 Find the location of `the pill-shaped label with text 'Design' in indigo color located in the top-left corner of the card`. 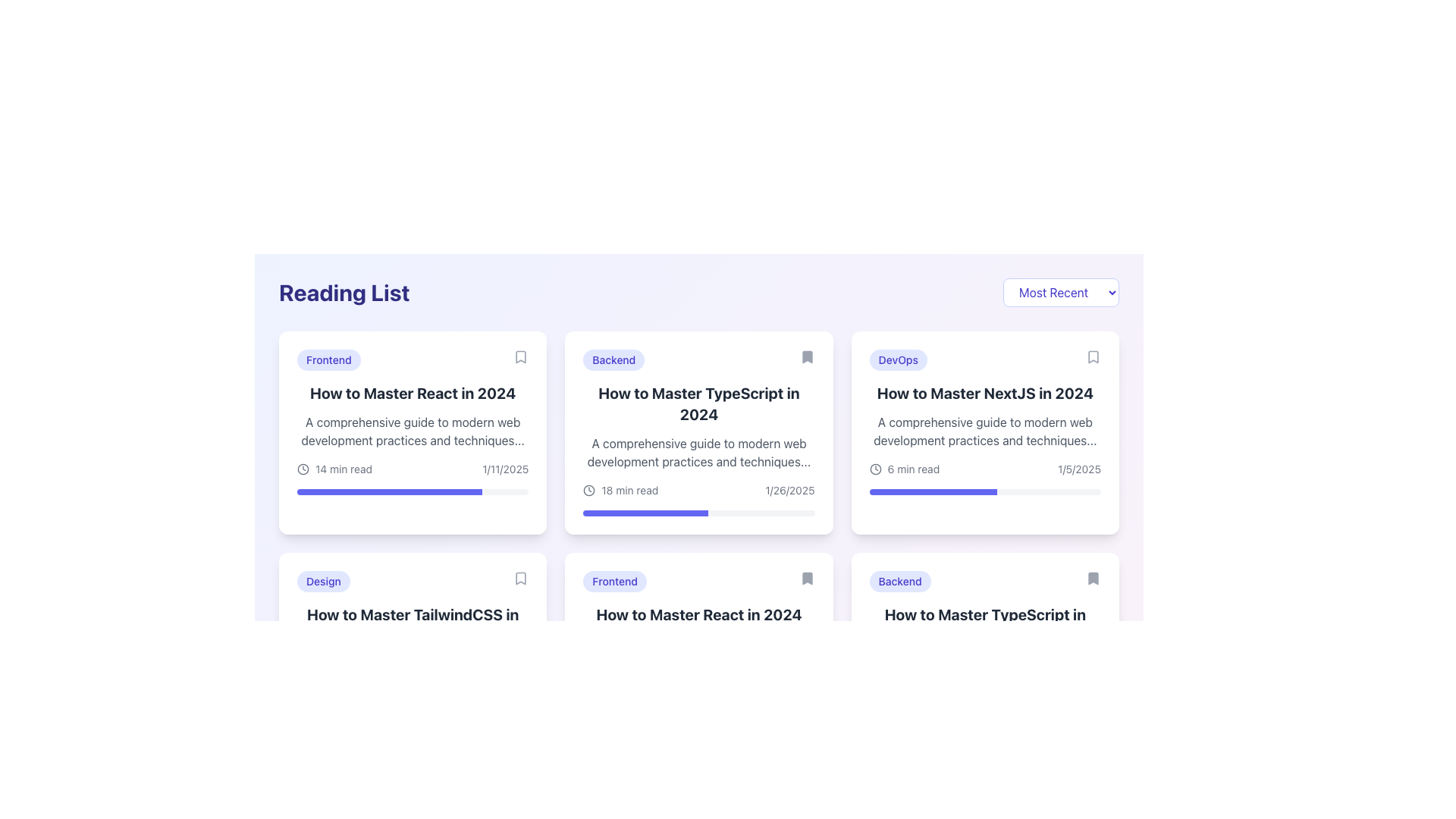

the pill-shaped label with text 'Design' in indigo color located in the top-left corner of the card is located at coordinates (322, 581).